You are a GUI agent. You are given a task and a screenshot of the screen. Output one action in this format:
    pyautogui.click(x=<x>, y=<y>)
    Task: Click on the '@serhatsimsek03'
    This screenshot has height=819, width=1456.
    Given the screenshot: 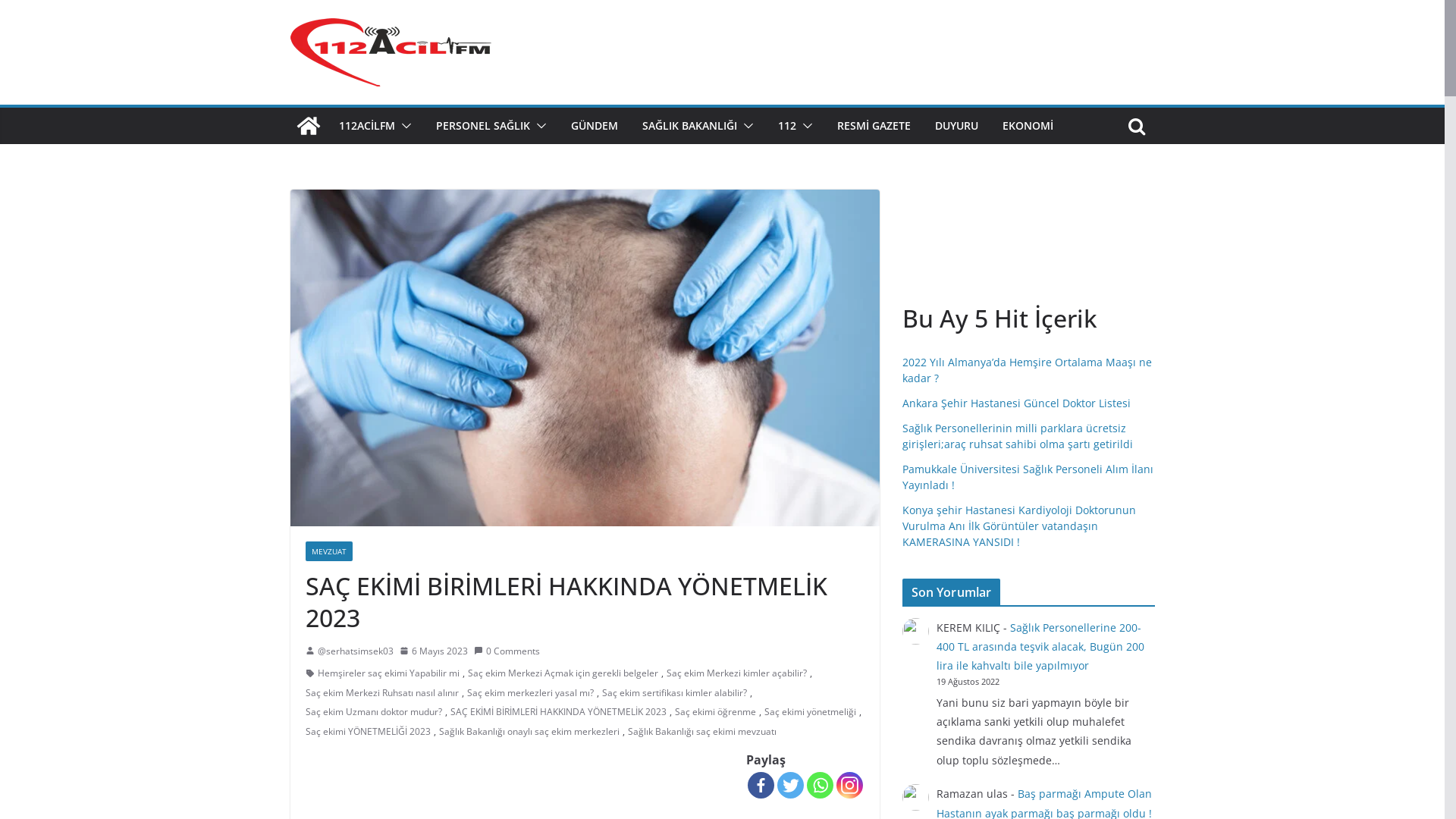 What is the action you would take?
    pyautogui.click(x=353, y=651)
    